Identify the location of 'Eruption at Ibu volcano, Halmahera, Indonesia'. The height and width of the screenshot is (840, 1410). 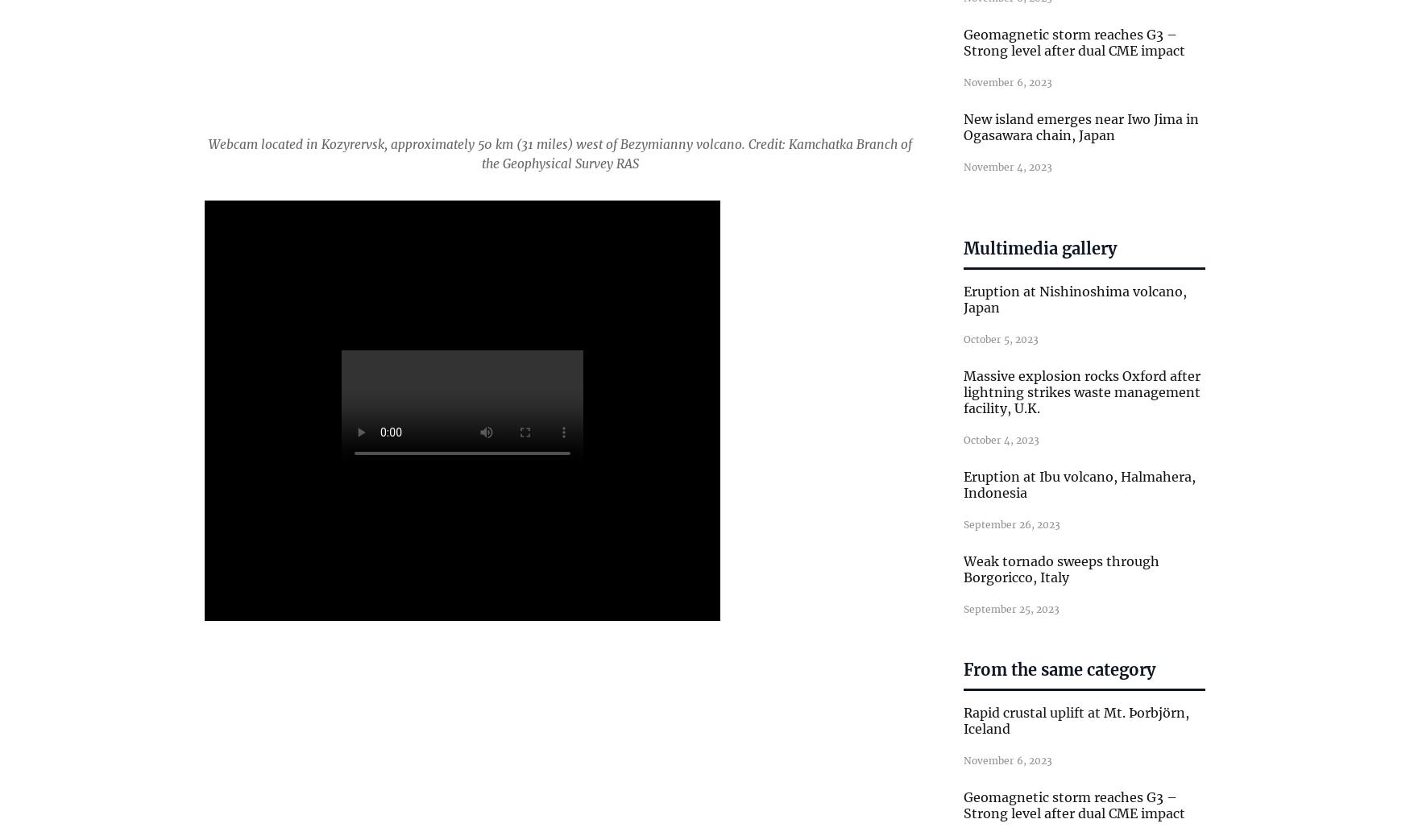
(1079, 482).